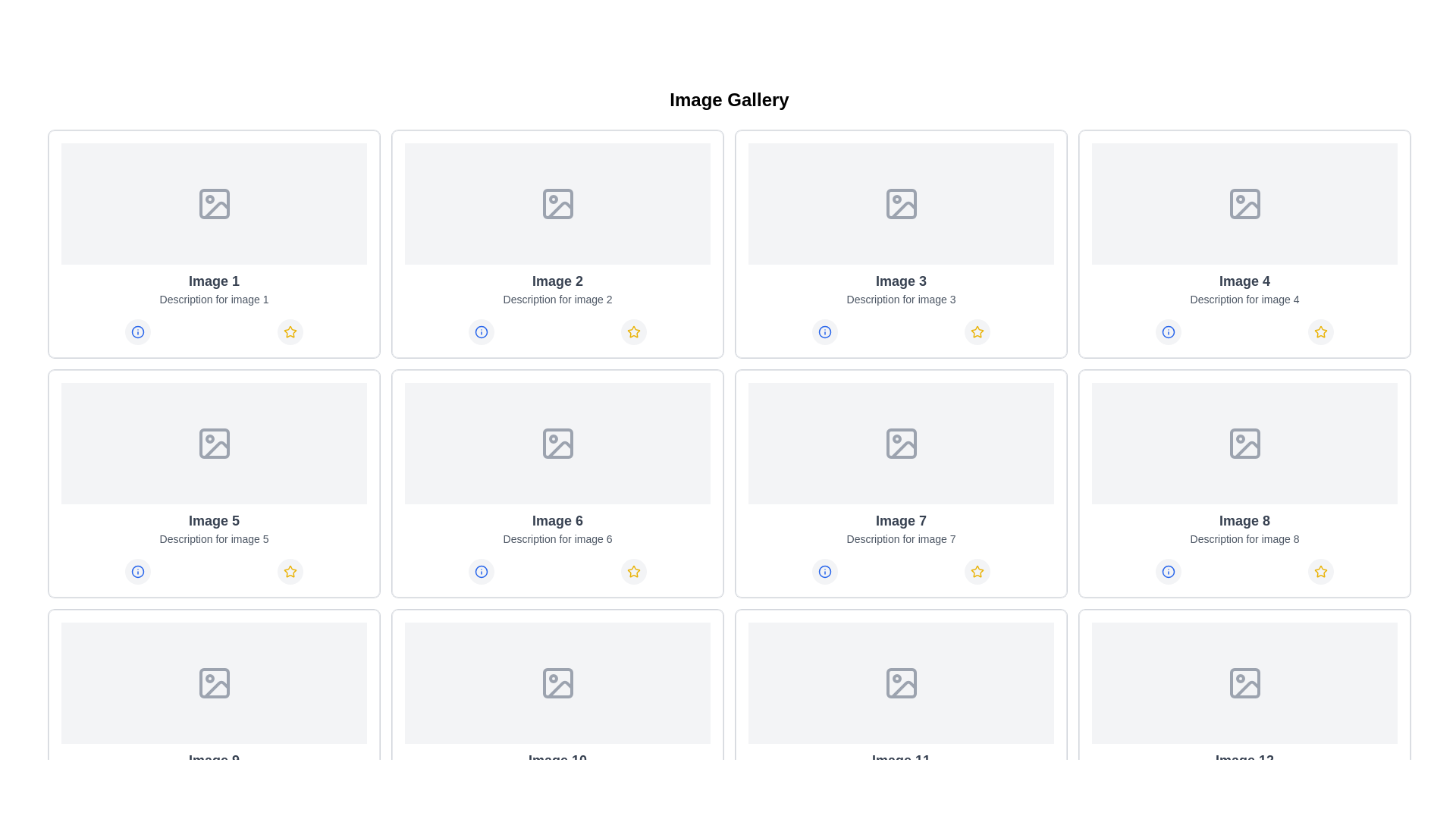  I want to click on the circular button with a star icon, so click(634, 331).